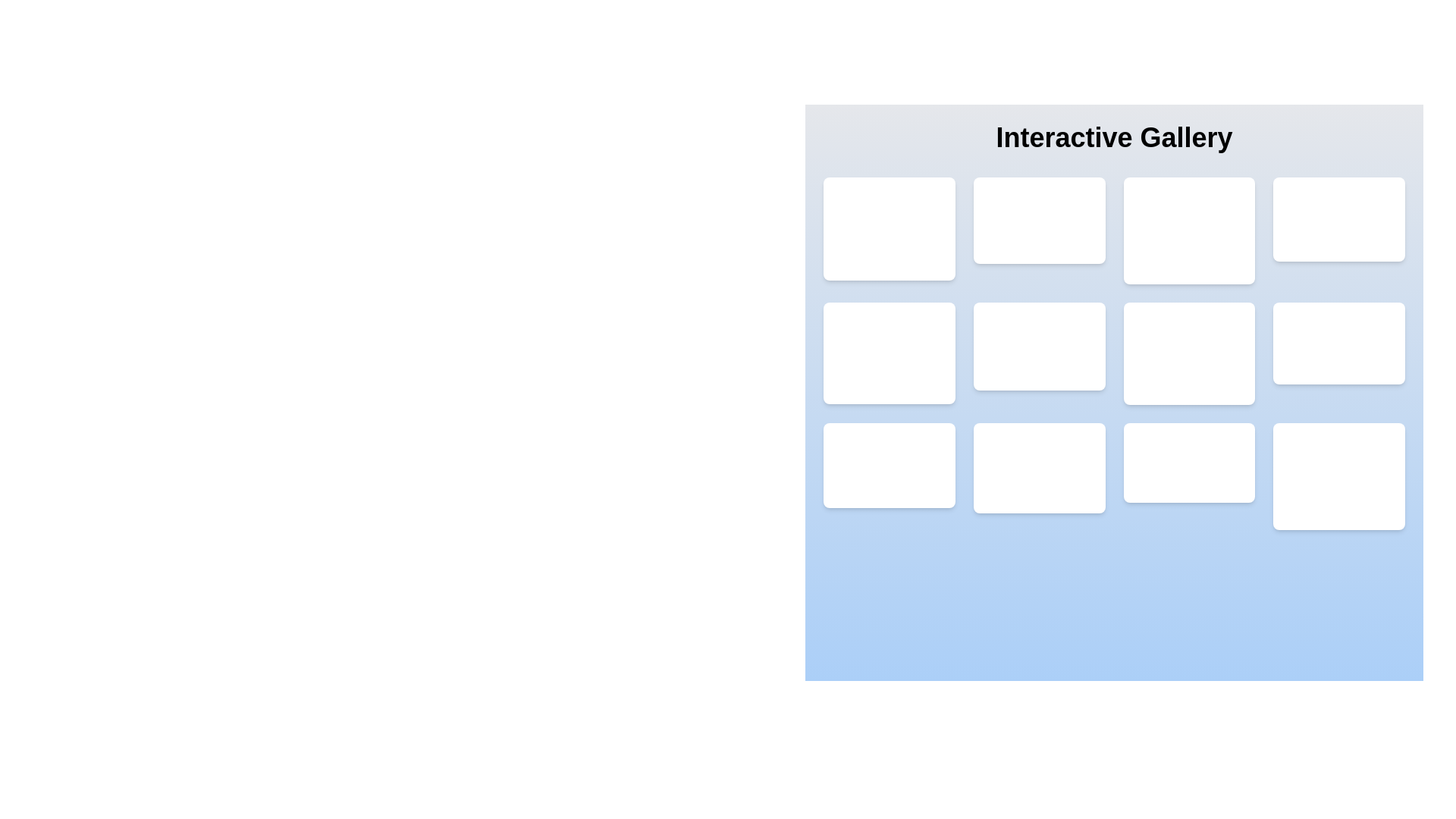 The image size is (1456, 819). I want to click on the third Card item in the first row of the gallery display, which has a white background and rounded corners, so click(1188, 231).